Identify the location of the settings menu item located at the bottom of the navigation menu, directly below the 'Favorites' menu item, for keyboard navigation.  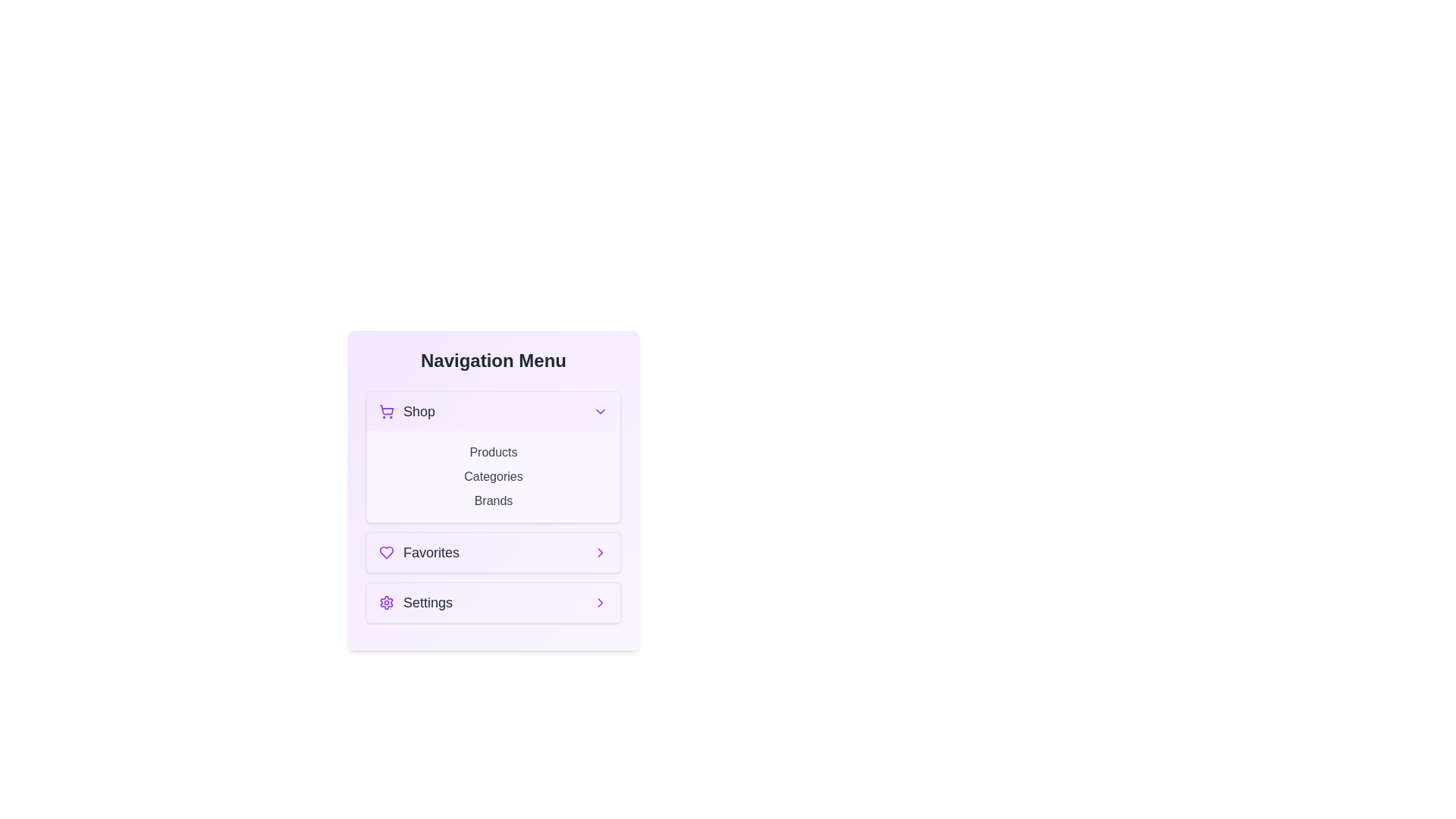
(494, 601).